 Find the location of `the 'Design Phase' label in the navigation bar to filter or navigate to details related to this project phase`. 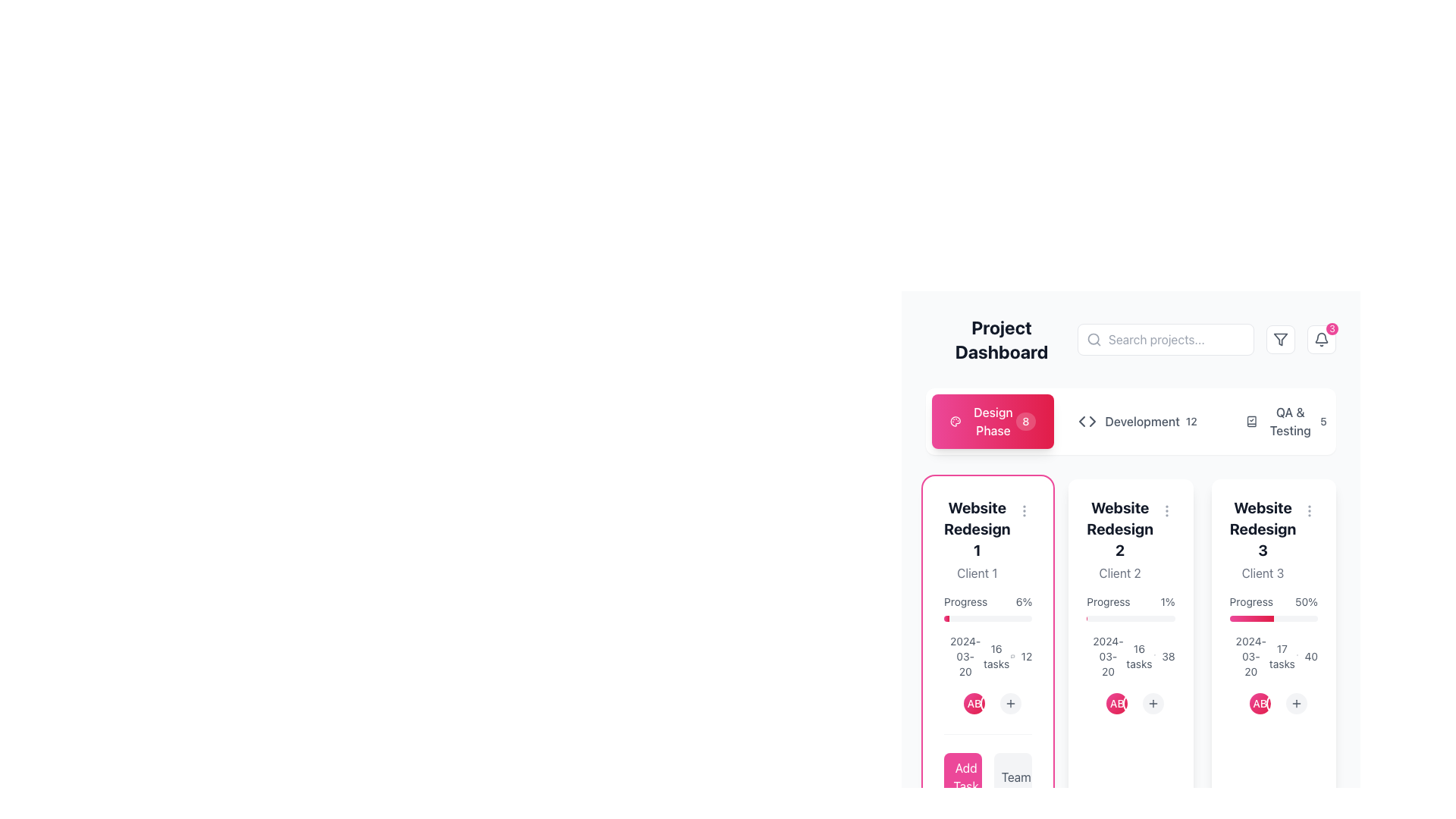

the 'Design Phase' label in the navigation bar to filter or navigate to details related to this project phase is located at coordinates (983, 421).